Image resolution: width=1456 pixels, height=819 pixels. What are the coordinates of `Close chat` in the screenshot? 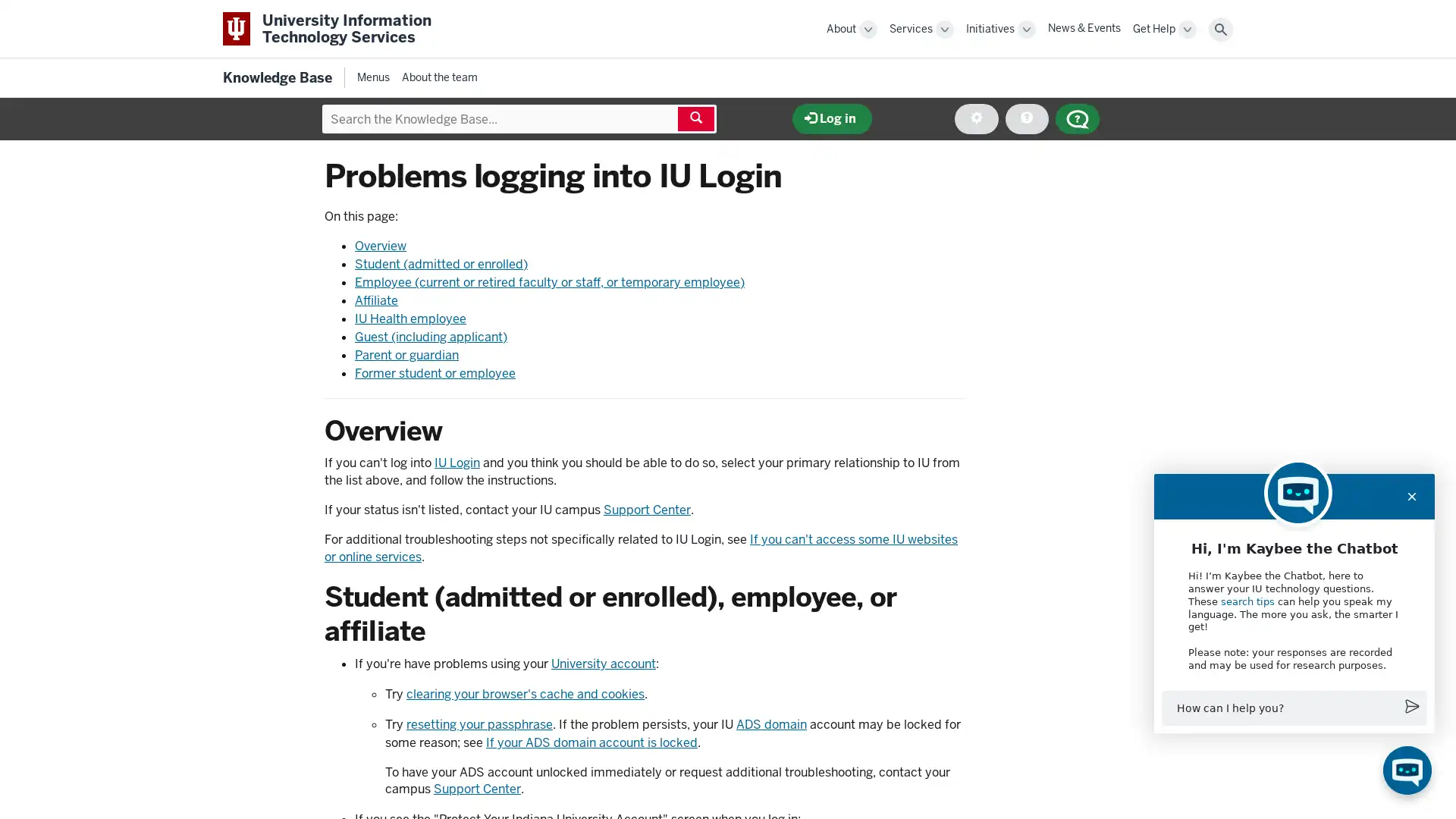 It's located at (1411, 496).